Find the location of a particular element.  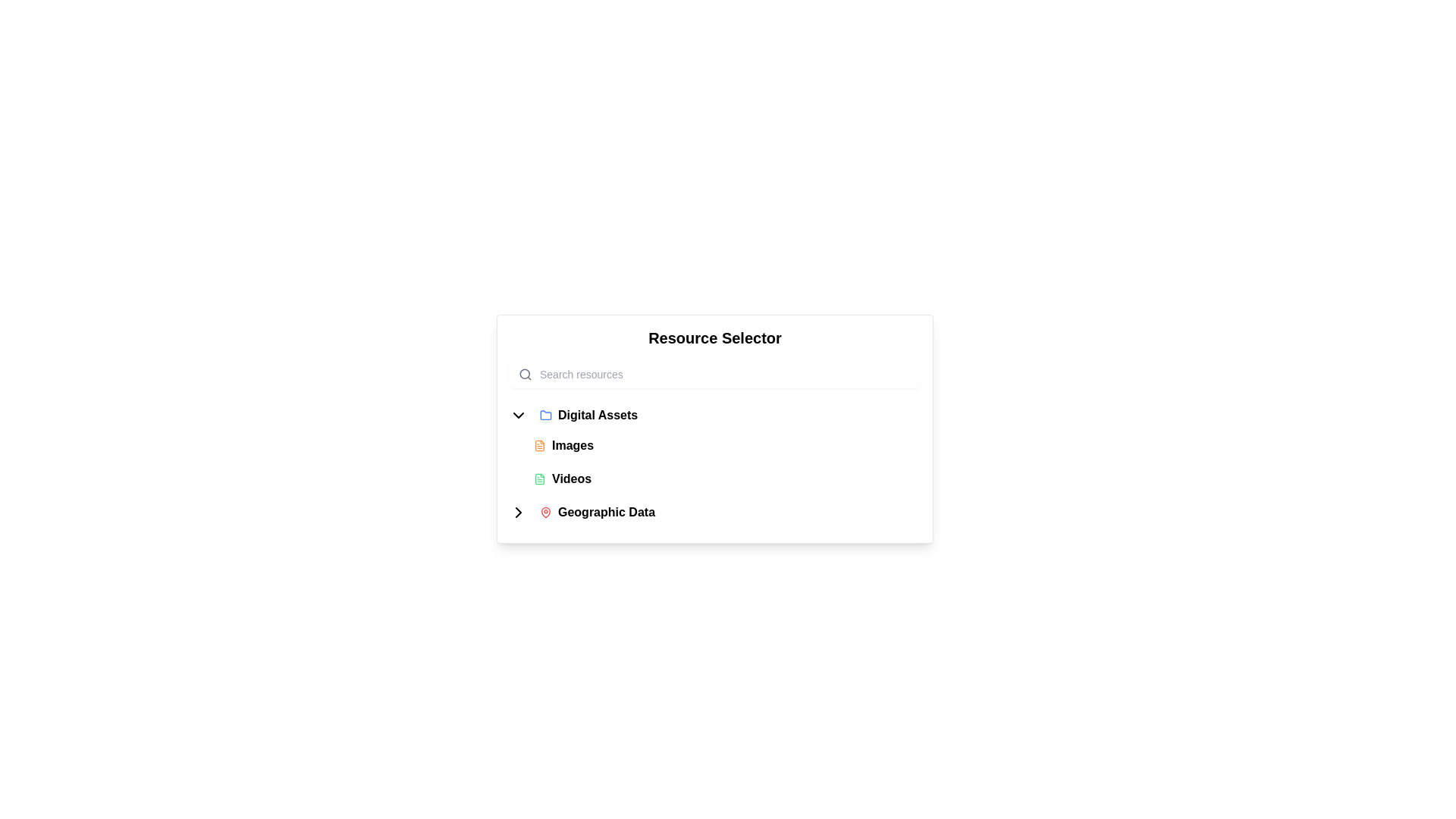

the SVG-based icon representing a folder is located at coordinates (546, 415).